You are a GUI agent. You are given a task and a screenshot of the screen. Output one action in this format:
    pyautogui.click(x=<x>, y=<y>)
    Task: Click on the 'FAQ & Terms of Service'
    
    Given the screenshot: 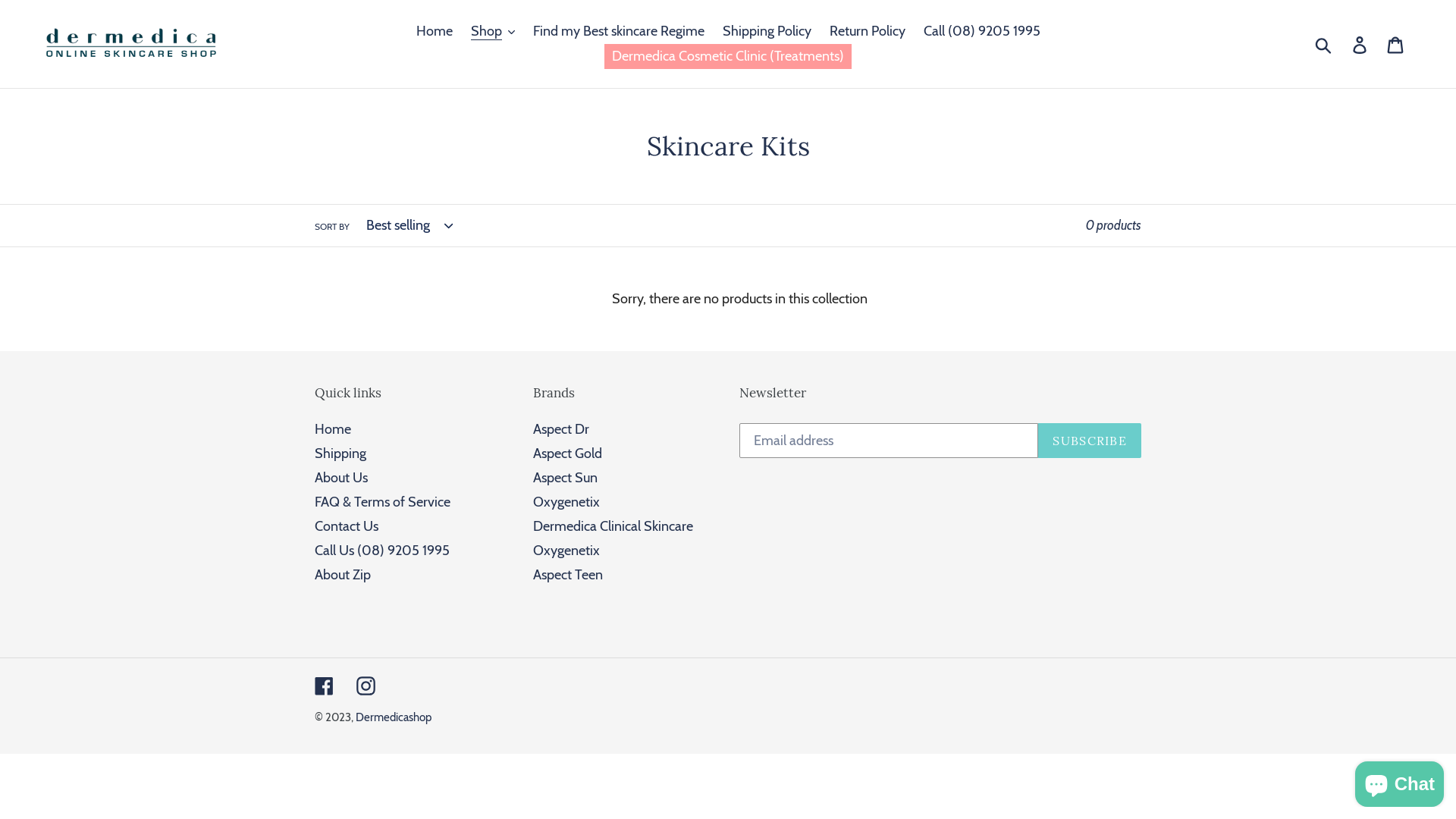 What is the action you would take?
    pyautogui.click(x=382, y=502)
    